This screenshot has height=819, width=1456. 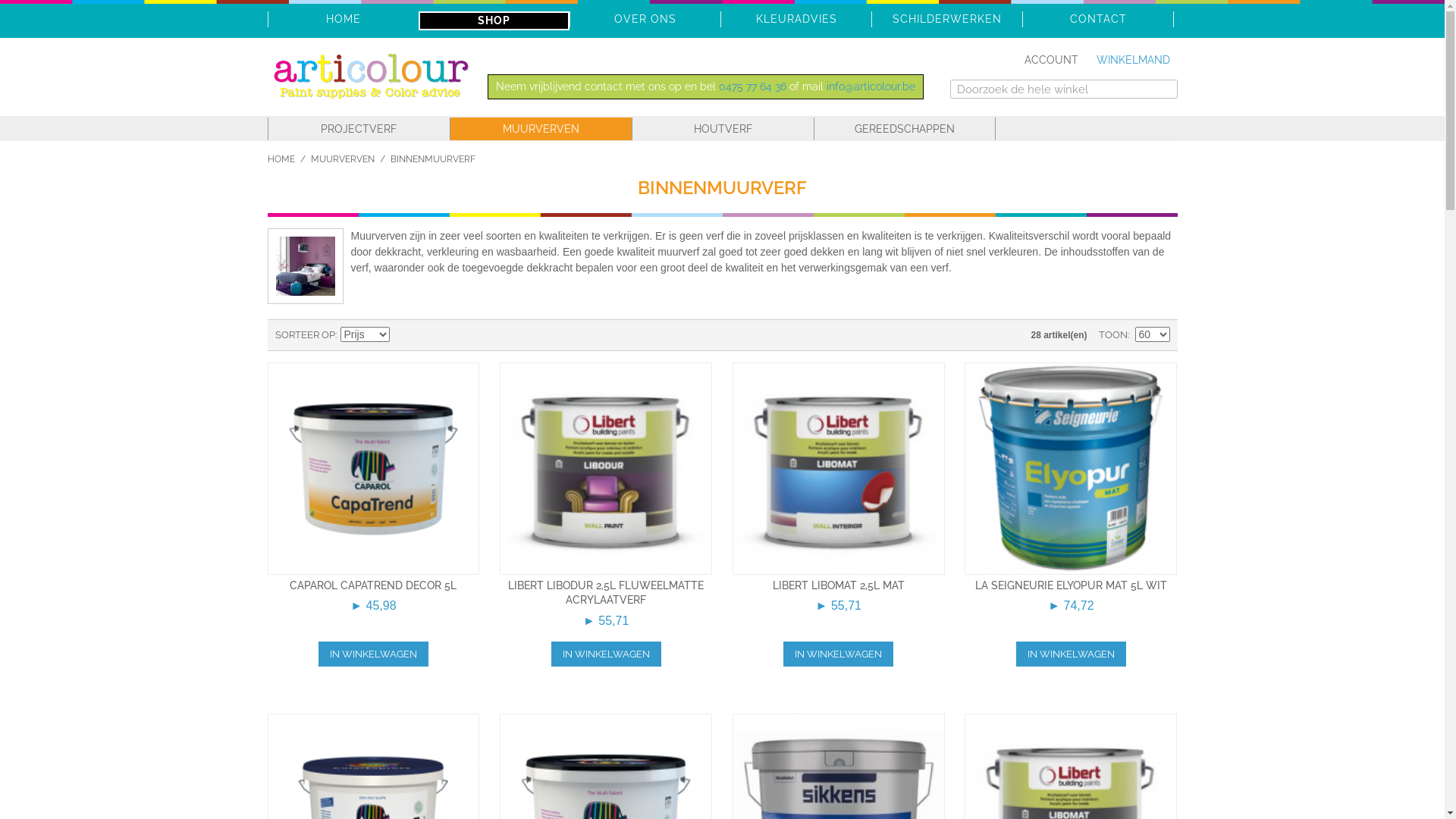 What do you see at coordinates (1133, 60) in the screenshot?
I see `'WINKELMAND'` at bounding box center [1133, 60].